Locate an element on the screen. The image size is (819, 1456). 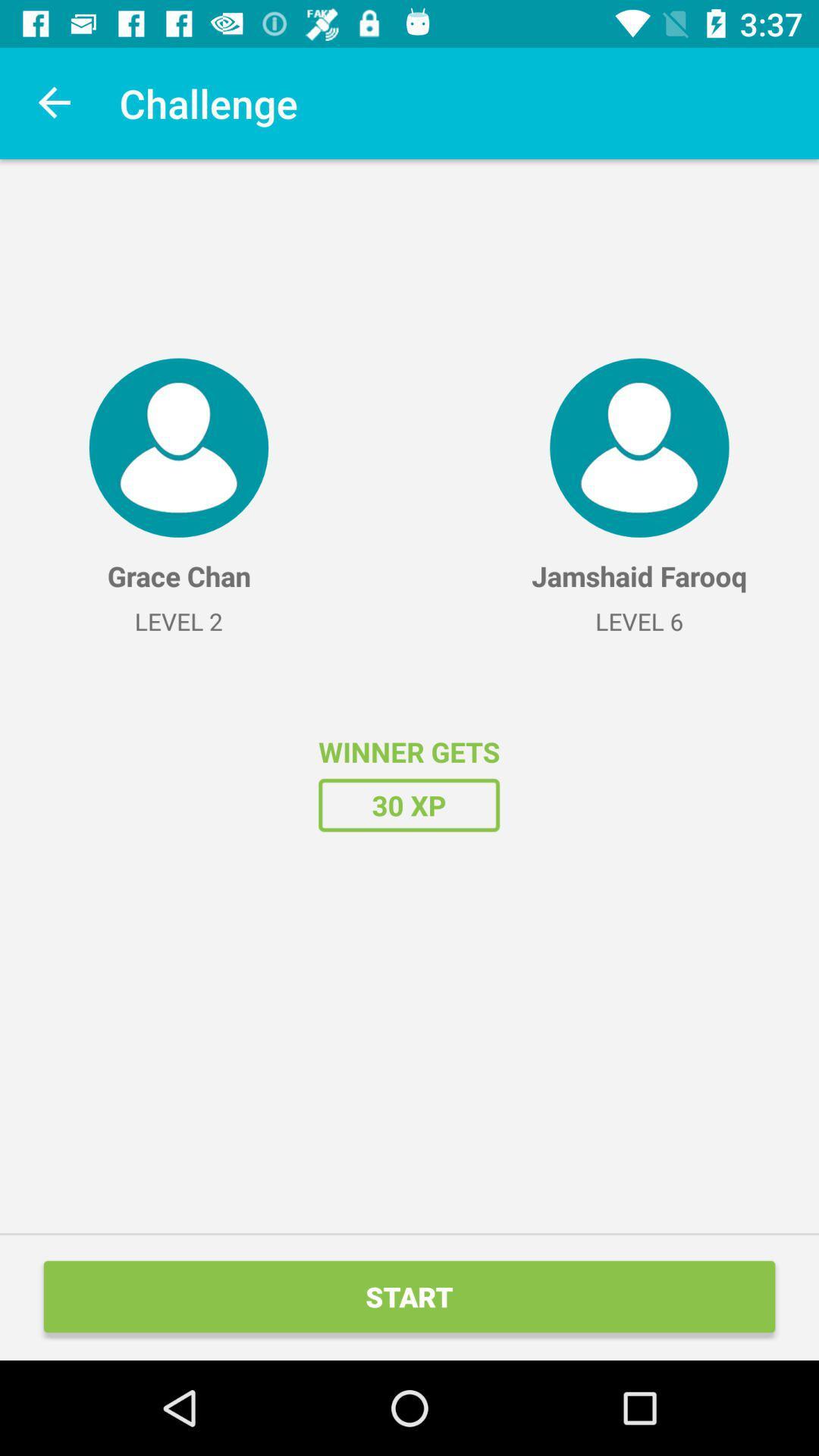
the start icon is located at coordinates (409, 1295).